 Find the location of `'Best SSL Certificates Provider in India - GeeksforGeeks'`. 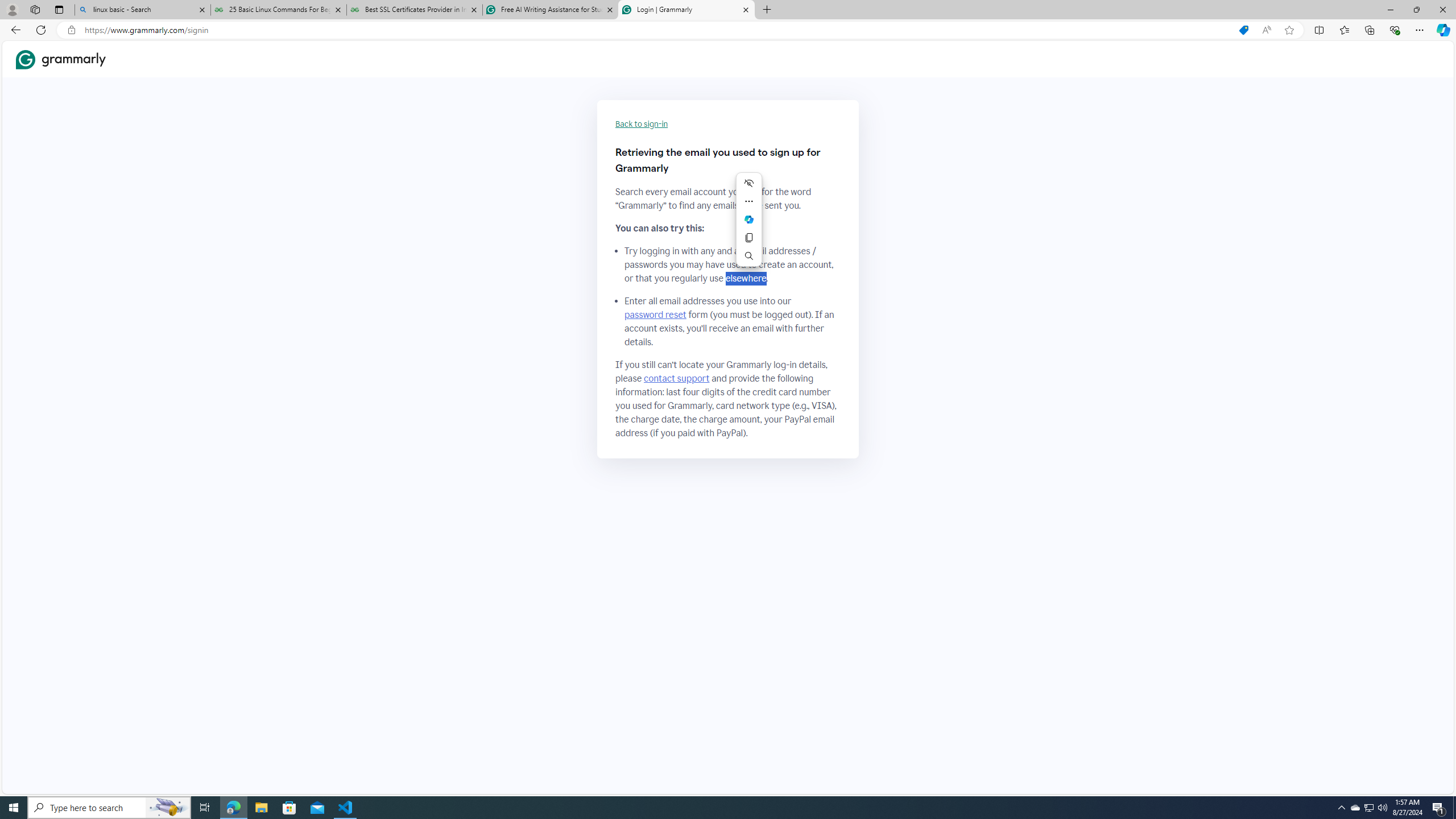

'Best SSL Certificates Provider in India - GeeksforGeeks' is located at coordinates (415, 9).